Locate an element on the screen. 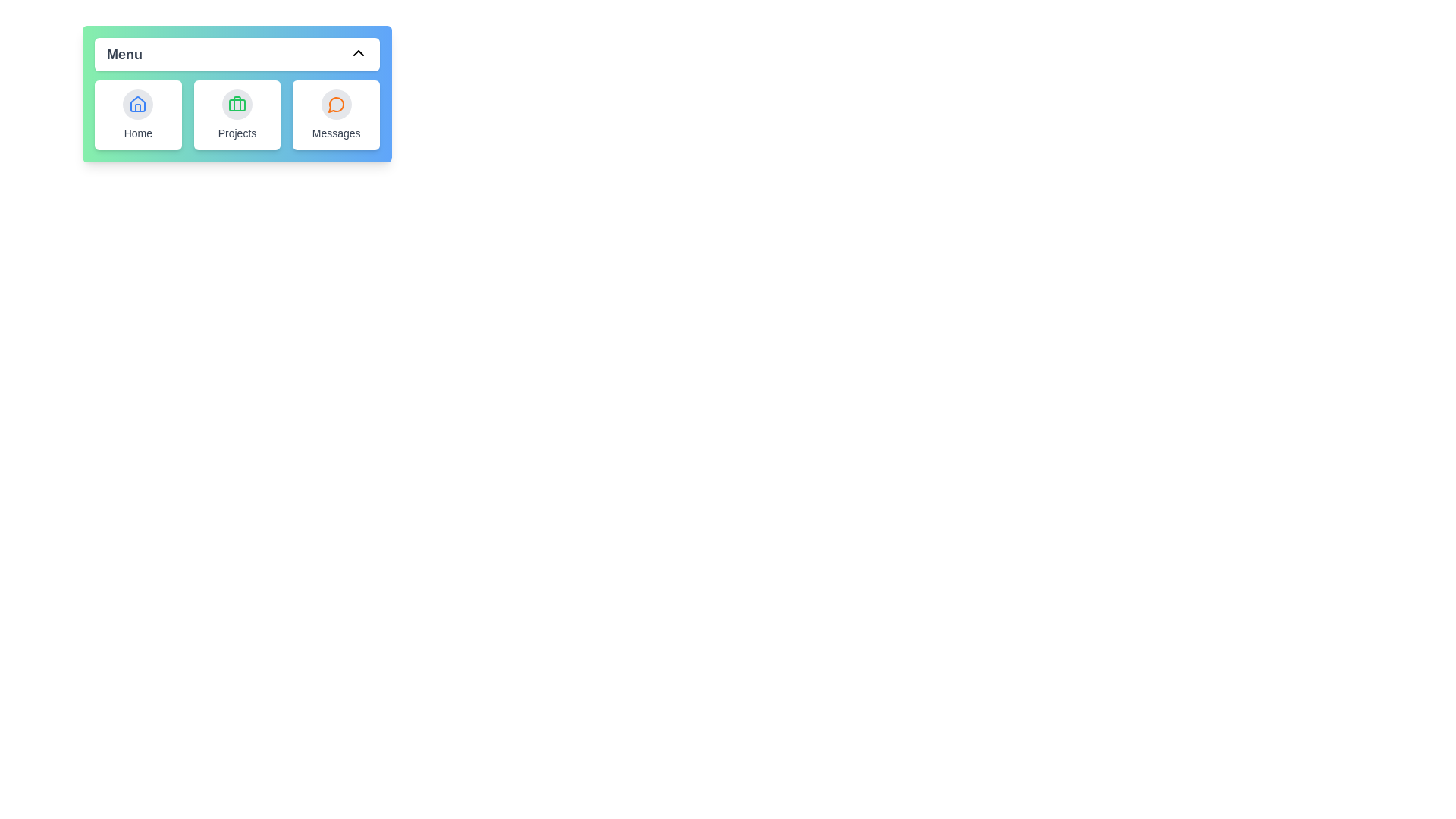  the menu item Messages to display its tooltip is located at coordinates (336, 114).